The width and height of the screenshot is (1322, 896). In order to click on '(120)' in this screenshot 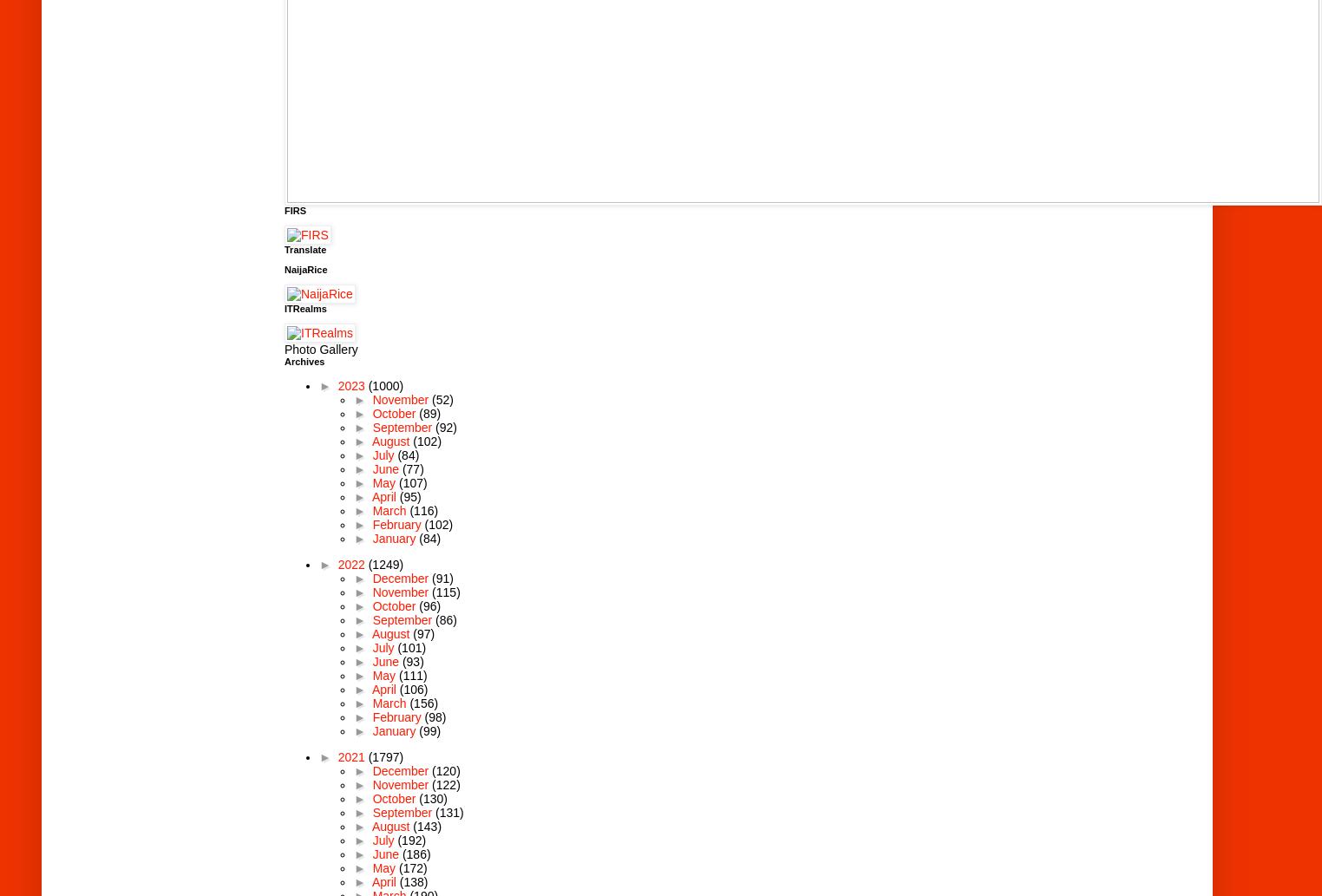, I will do `click(445, 768)`.